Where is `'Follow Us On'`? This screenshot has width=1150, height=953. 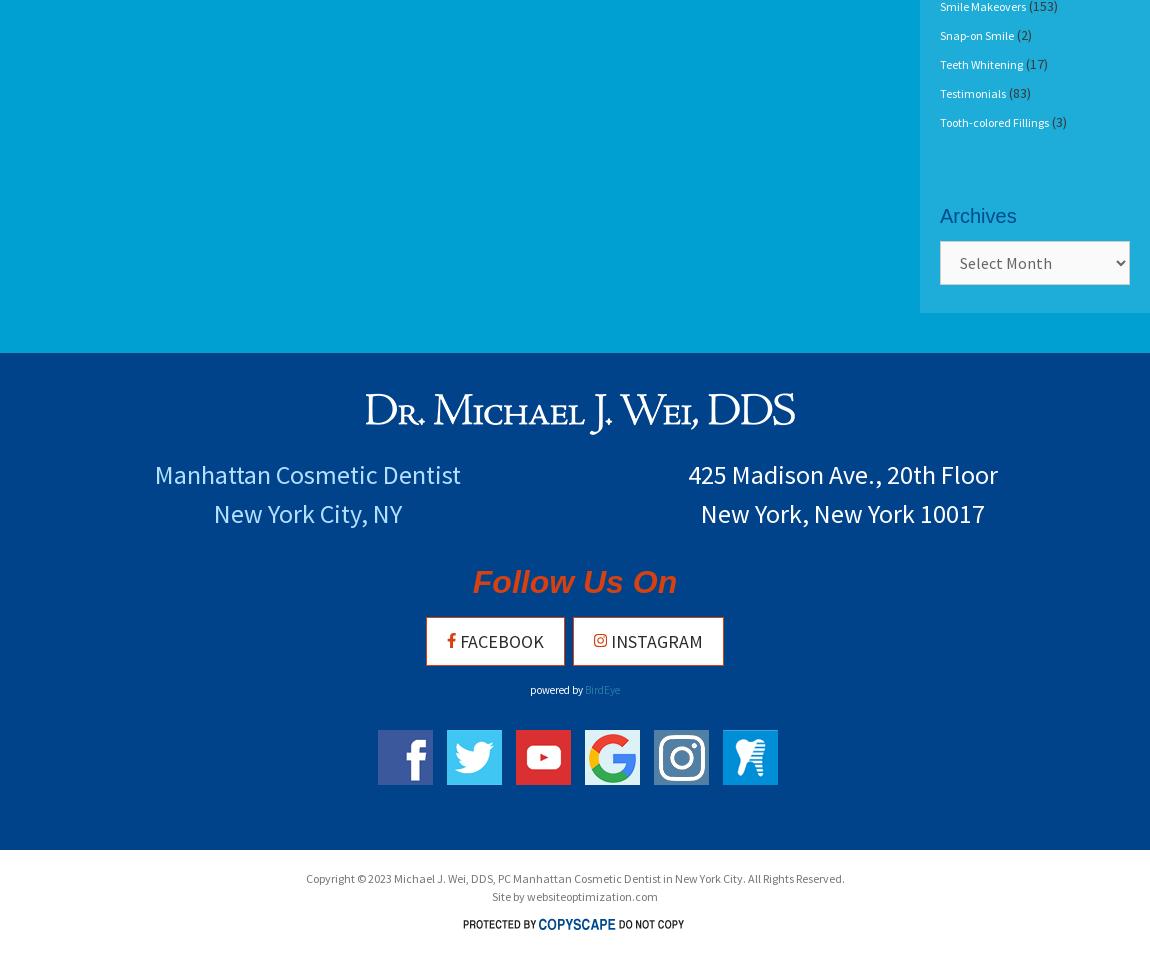
'Follow Us On' is located at coordinates (574, 581).